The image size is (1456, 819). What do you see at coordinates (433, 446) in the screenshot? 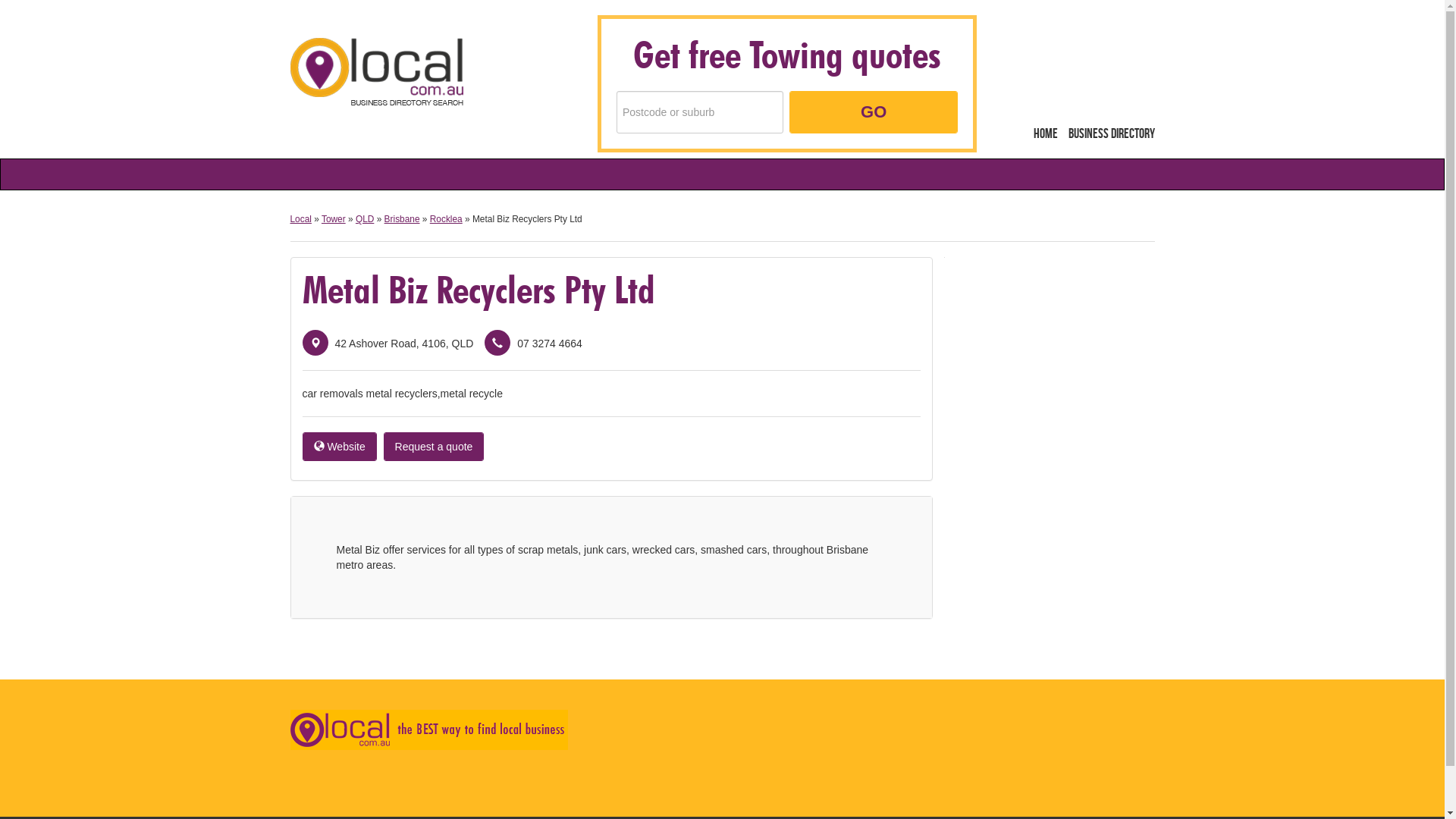
I see `'Request a quote'` at bounding box center [433, 446].